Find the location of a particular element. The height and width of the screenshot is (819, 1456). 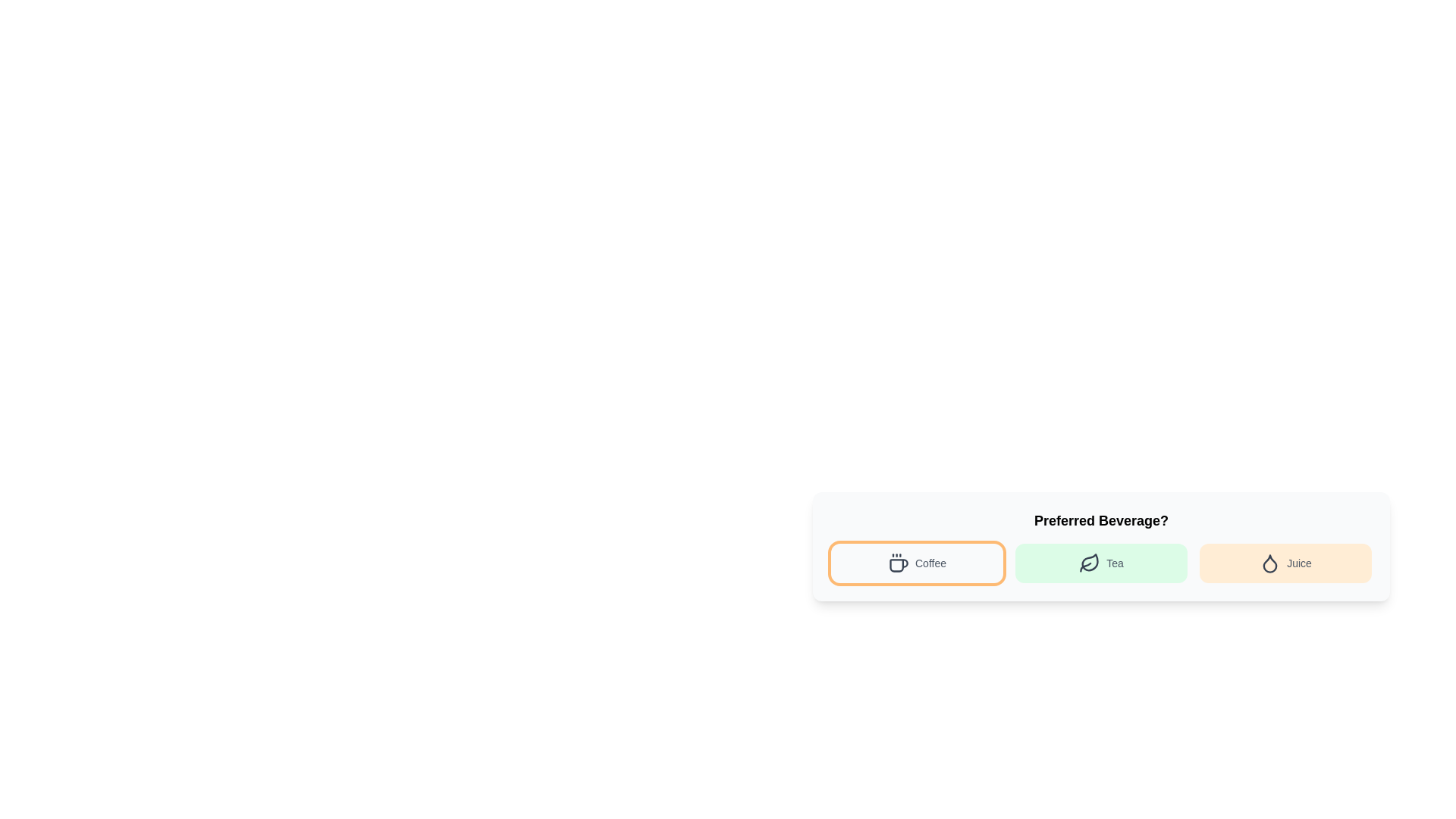

the 'Tea' icon in the 'Preferred Beverage?' selection bar, which is the second button with a green background is located at coordinates (1089, 562).